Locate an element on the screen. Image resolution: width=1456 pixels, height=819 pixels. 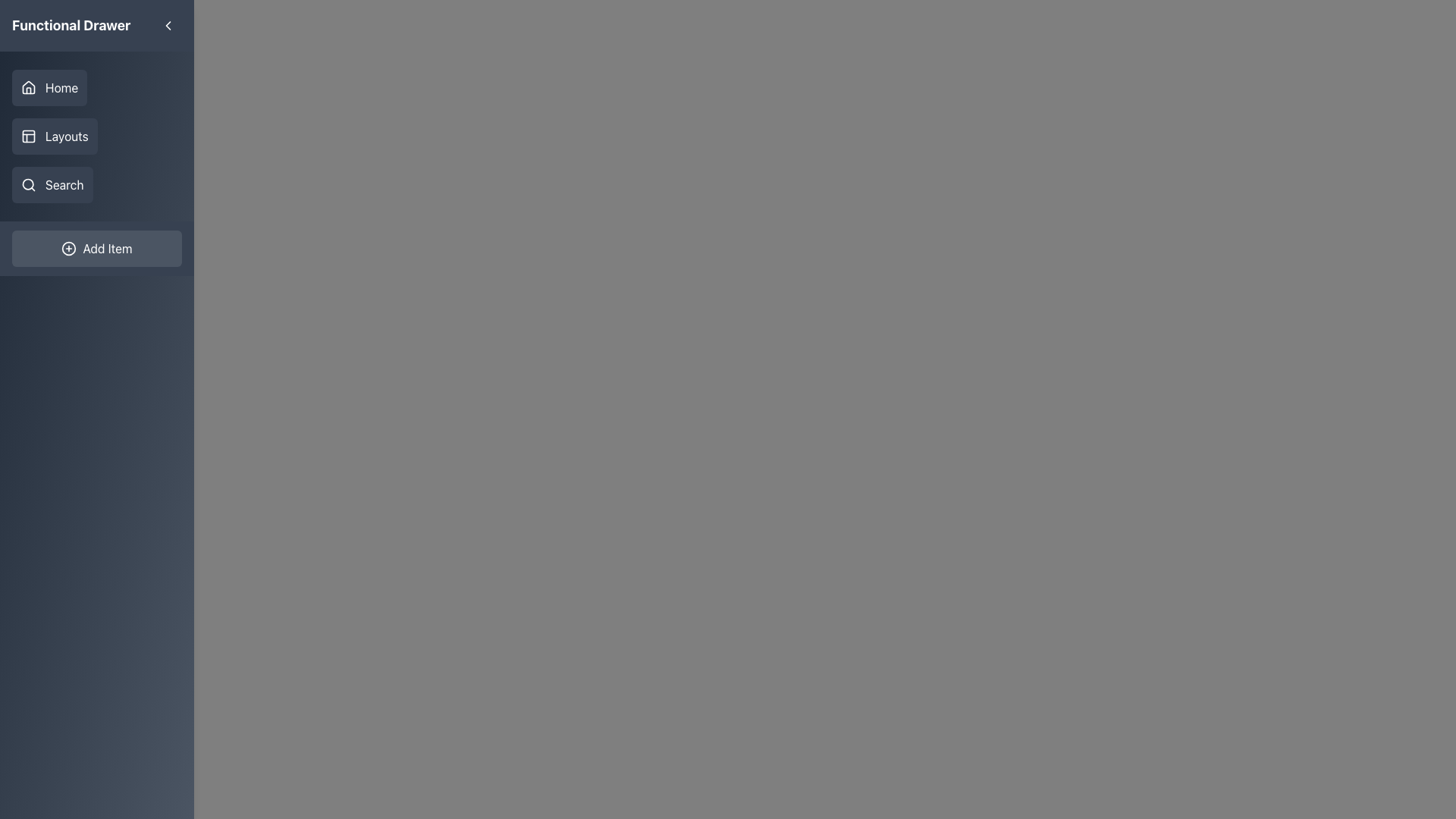
the icon within the 'Add Item' button located in the bottom section of the drawer menu is located at coordinates (68, 247).